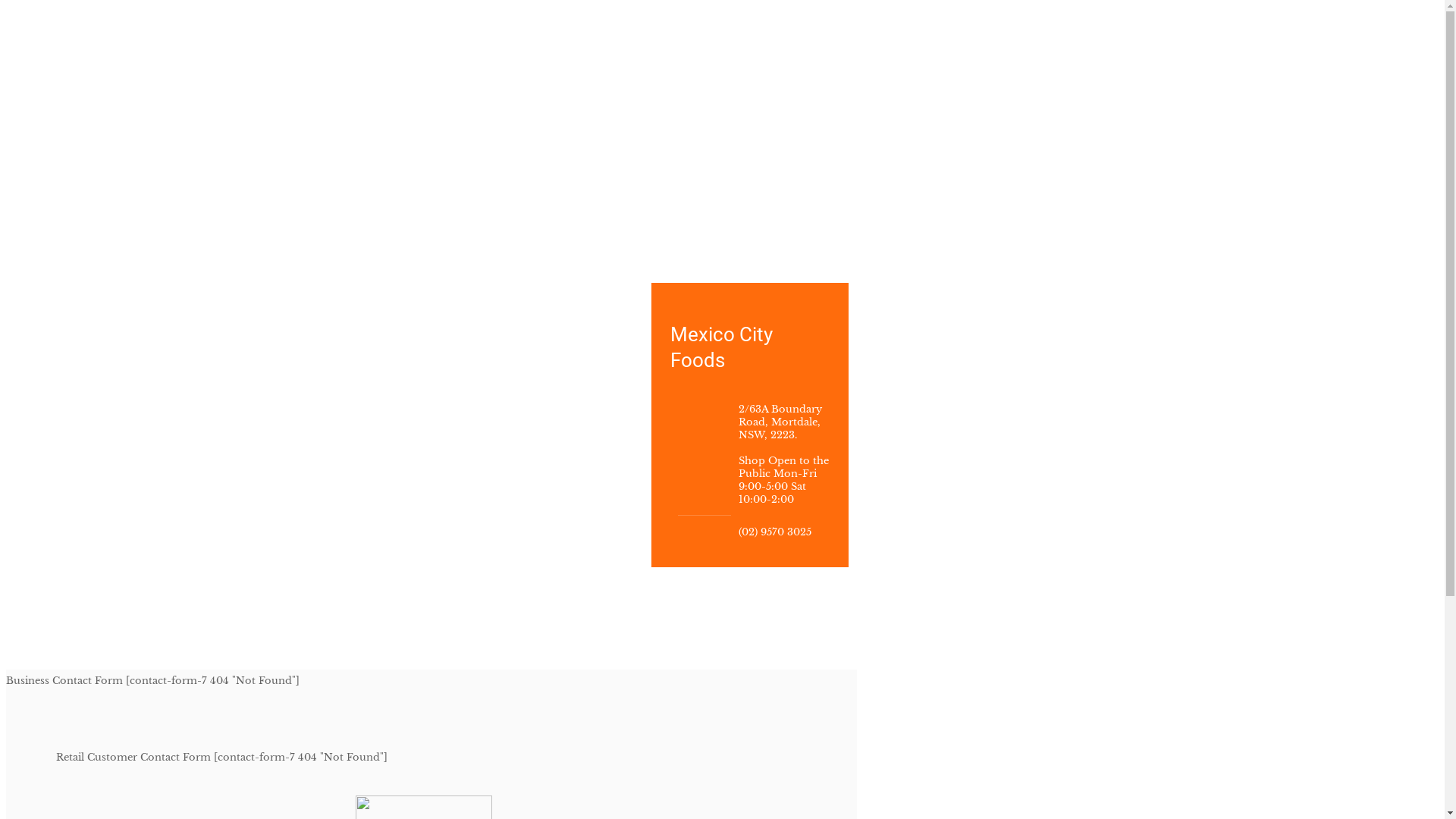 The image size is (1456, 819). What do you see at coordinates (775, 531) in the screenshot?
I see `'(02) 9570 3025'` at bounding box center [775, 531].